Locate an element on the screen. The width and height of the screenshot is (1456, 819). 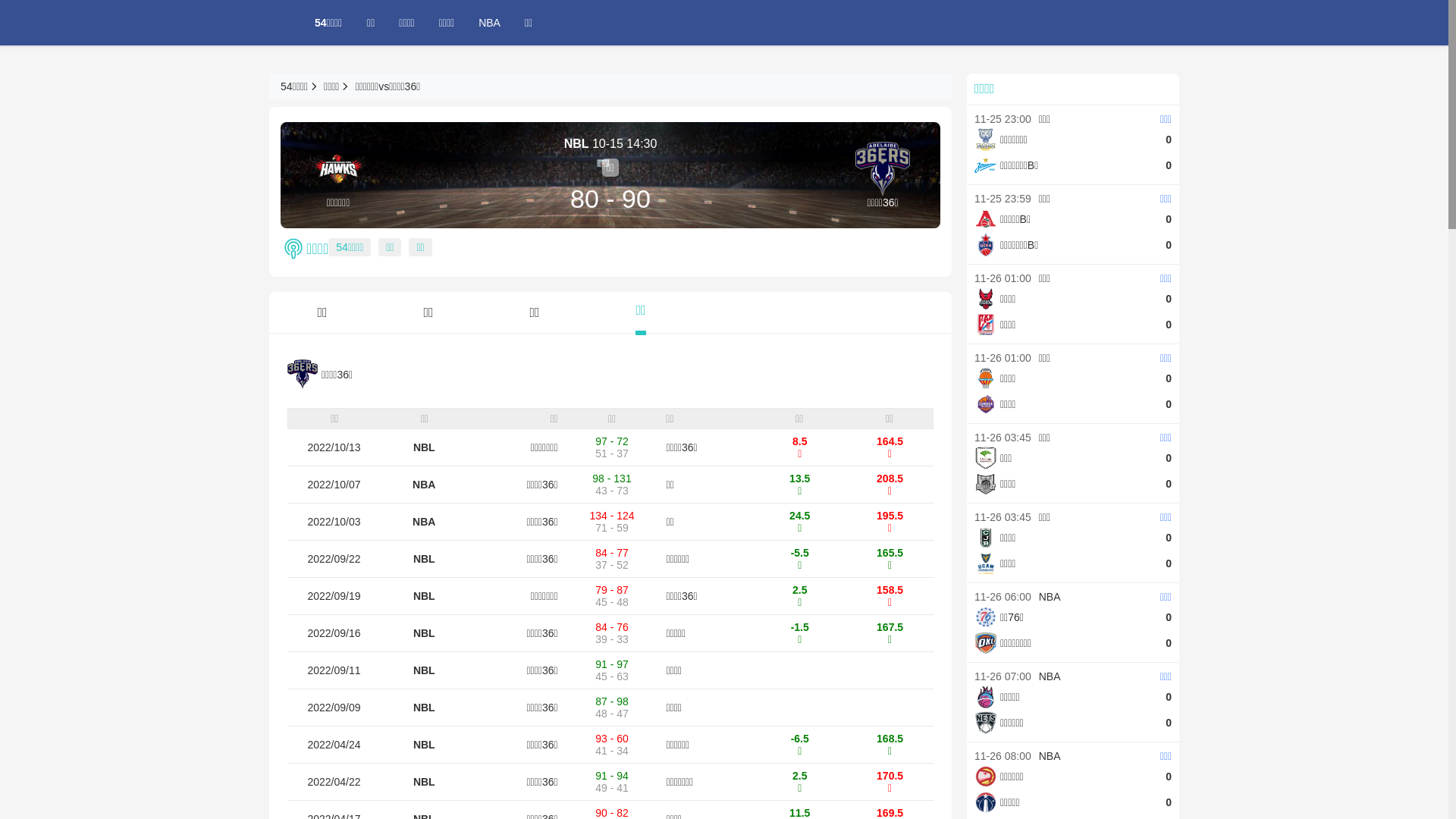
'NBL' is located at coordinates (424, 447).